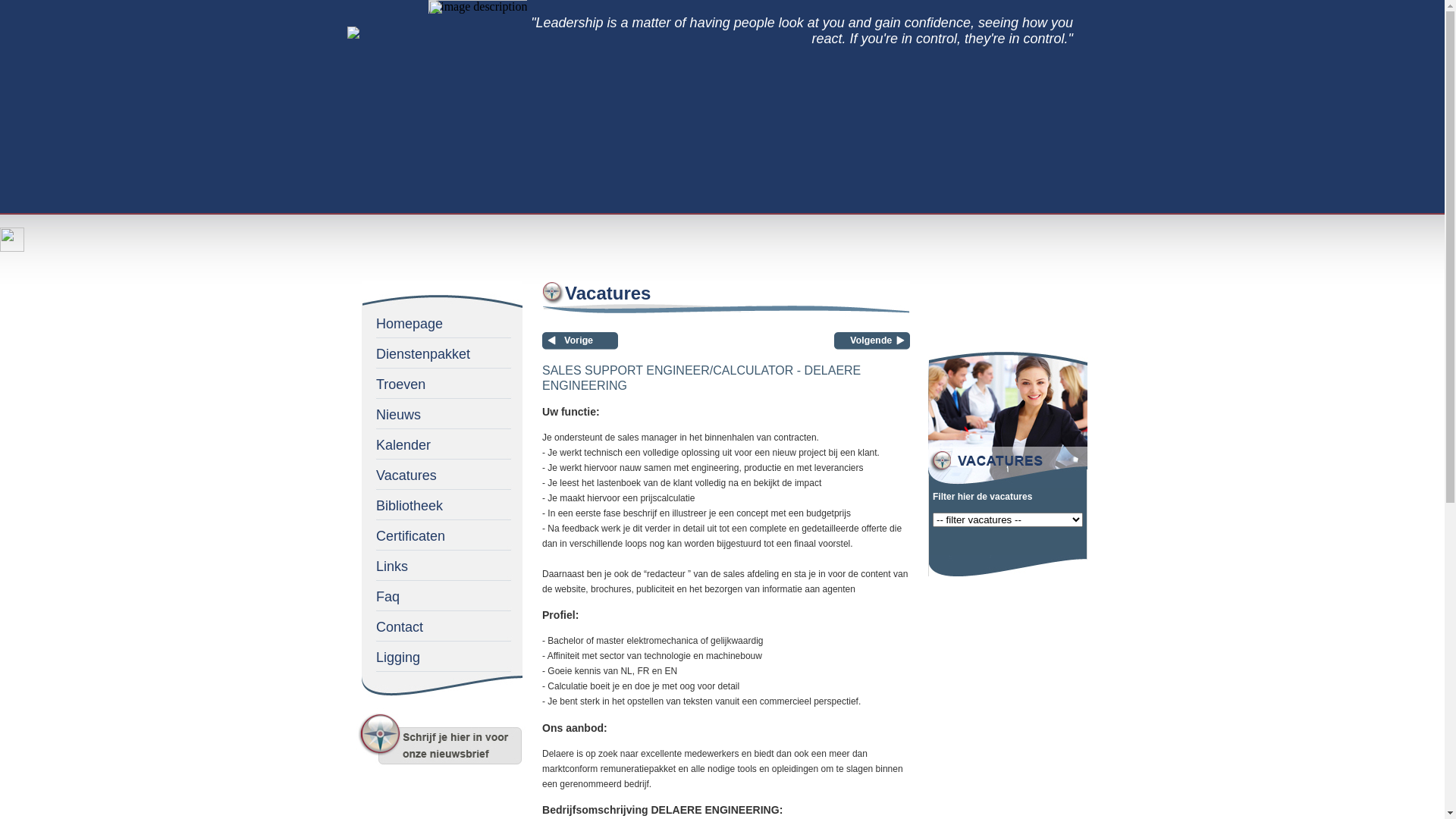  What do you see at coordinates (360, 653) in the screenshot?
I see `'Ligging'` at bounding box center [360, 653].